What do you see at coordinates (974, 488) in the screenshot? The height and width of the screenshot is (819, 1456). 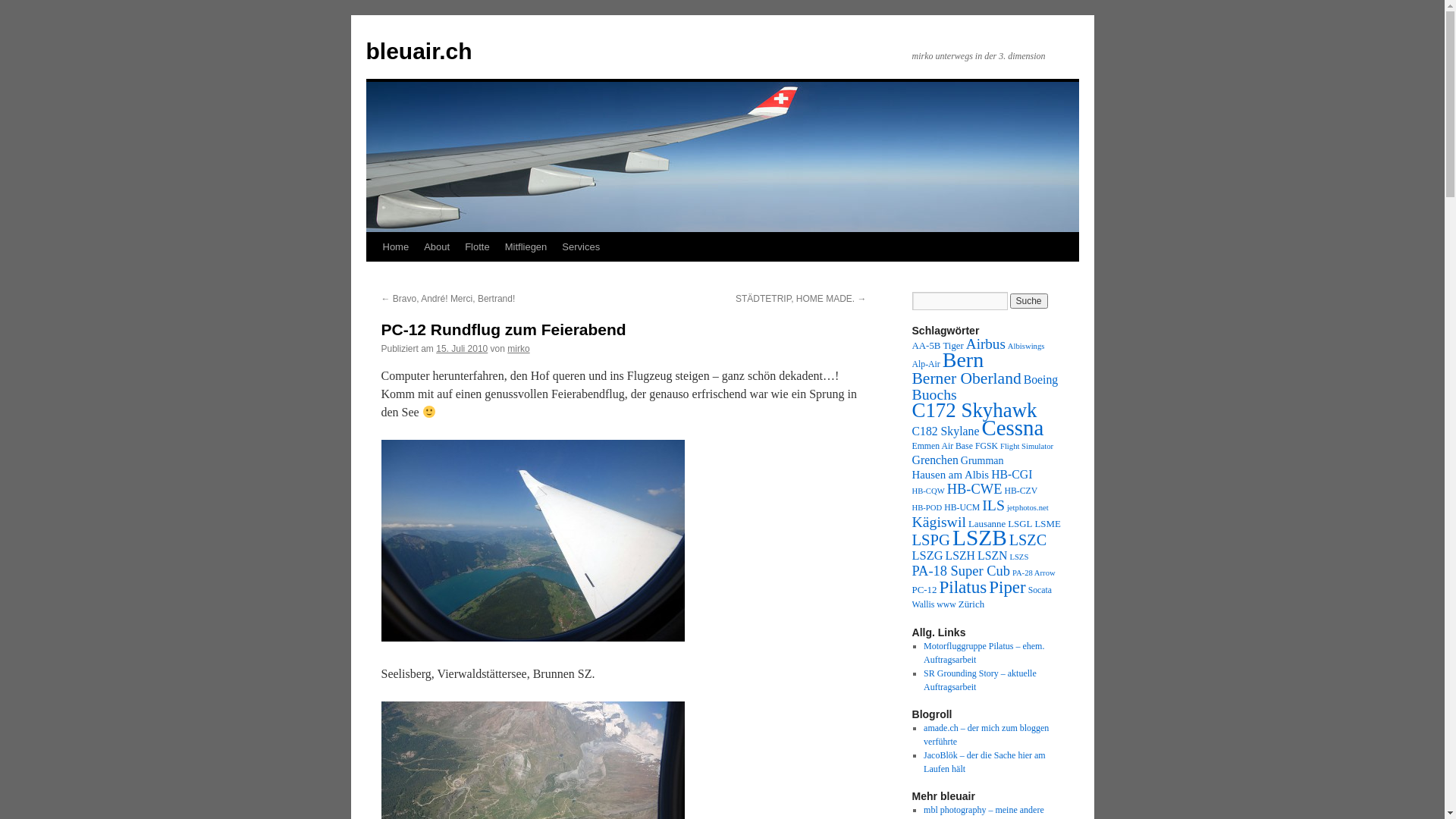 I see `'HB-CWE'` at bounding box center [974, 488].